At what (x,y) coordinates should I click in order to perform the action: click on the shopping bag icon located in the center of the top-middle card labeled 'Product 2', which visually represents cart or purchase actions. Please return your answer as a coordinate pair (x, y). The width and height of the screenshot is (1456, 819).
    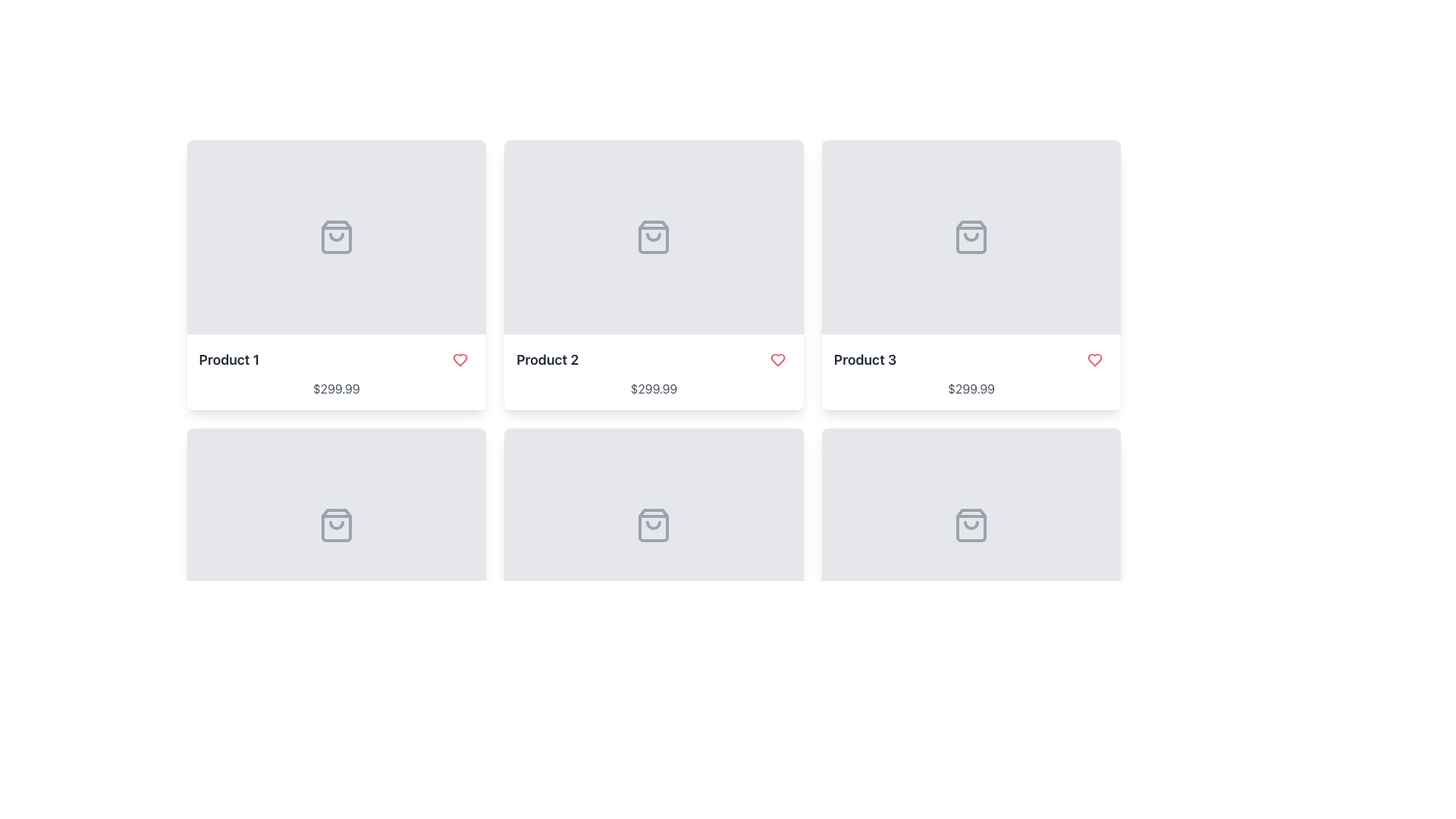
    Looking at the image, I should click on (654, 237).